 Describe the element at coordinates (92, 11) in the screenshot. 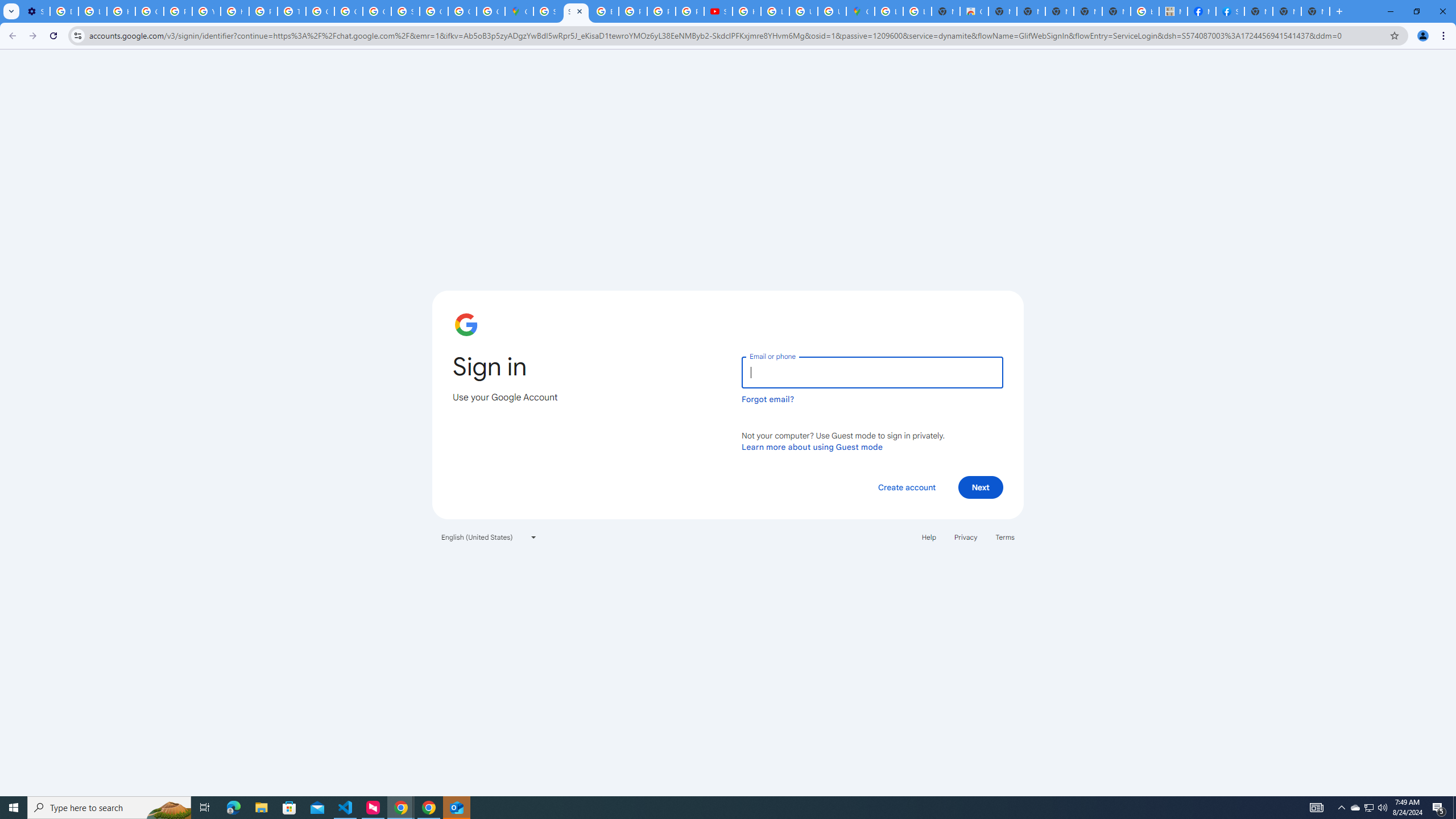

I see `'Learn how to find your photos - Google Photos Help'` at that location.